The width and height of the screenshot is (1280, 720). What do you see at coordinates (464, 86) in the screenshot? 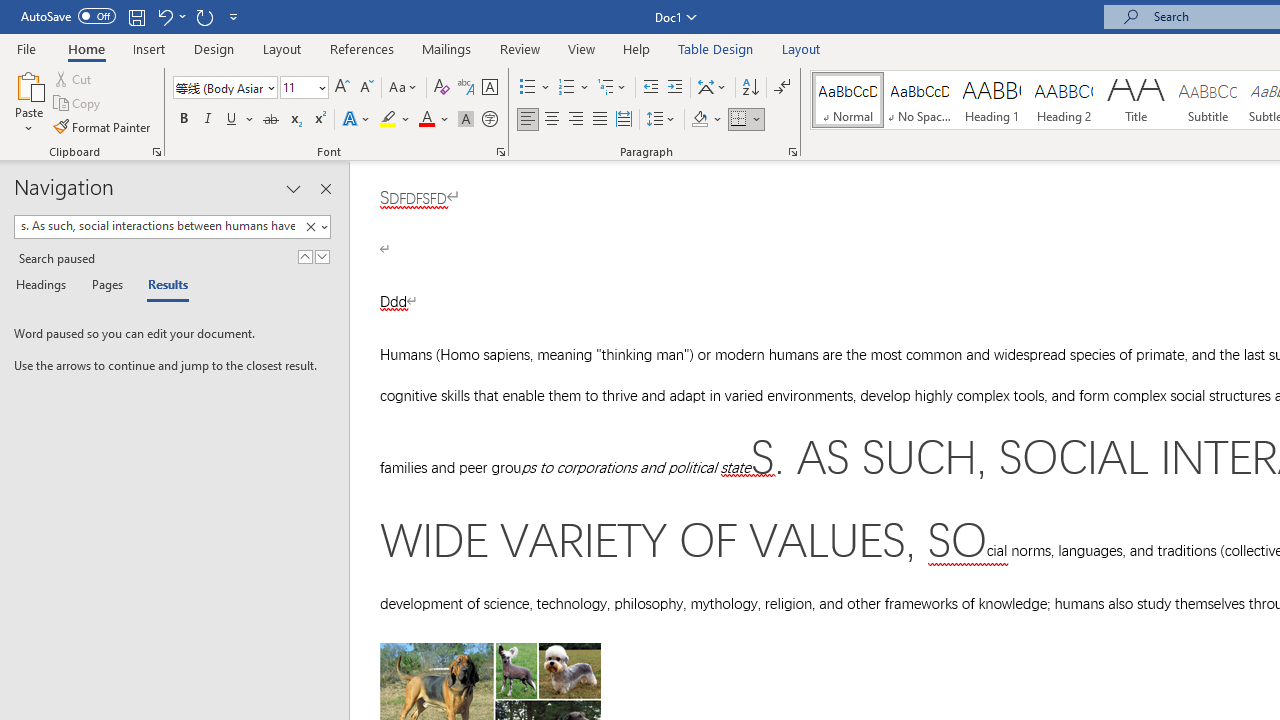
I see `'Phonetic Guide...'` at bounding box center [464, 86].